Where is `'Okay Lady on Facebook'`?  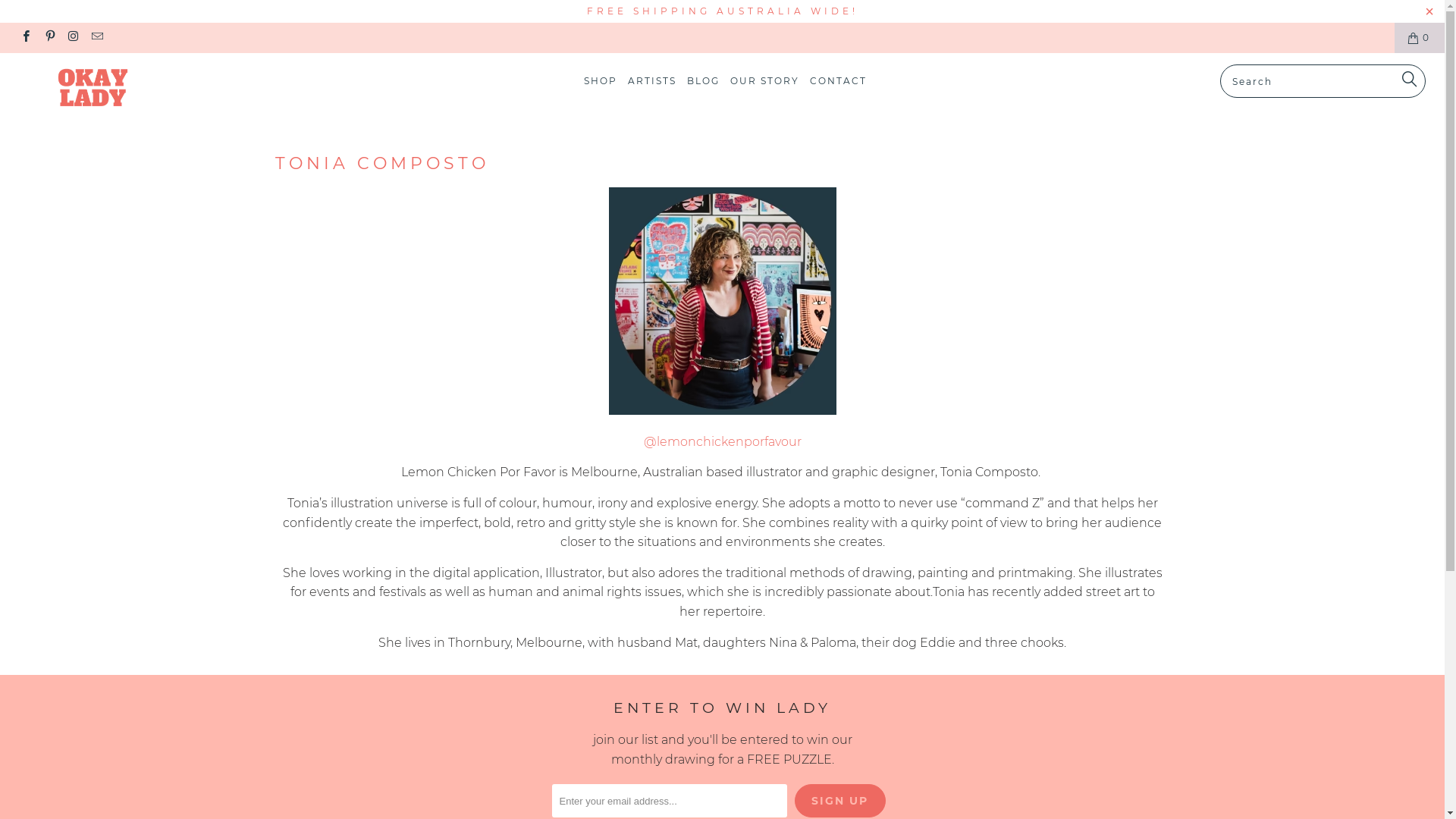
'Okay Lady on Facebook' is located at coordinates (25, 36).